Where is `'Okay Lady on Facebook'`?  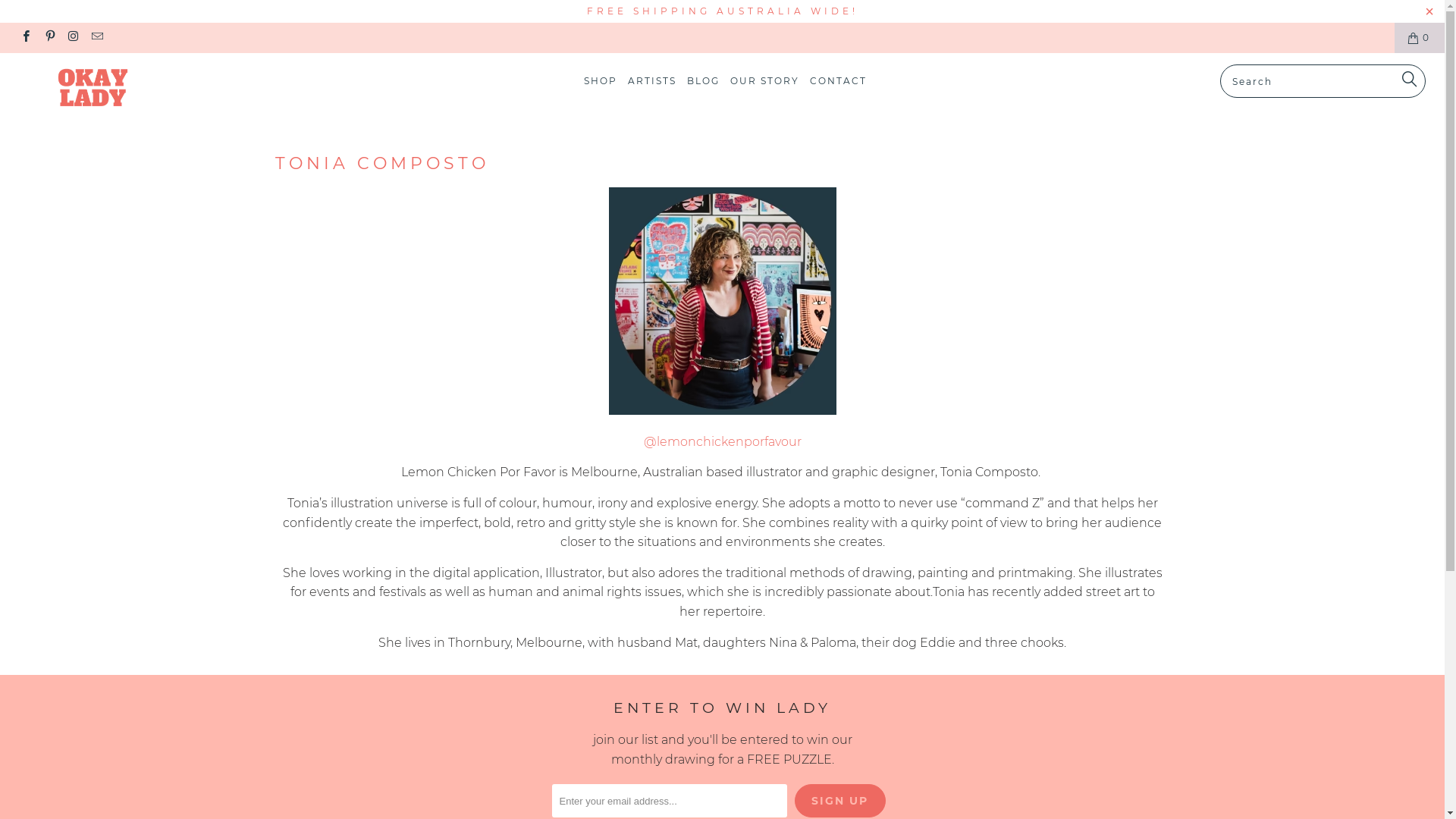
'Okay Lady on Facebook' is located at coordinates (25, 36).